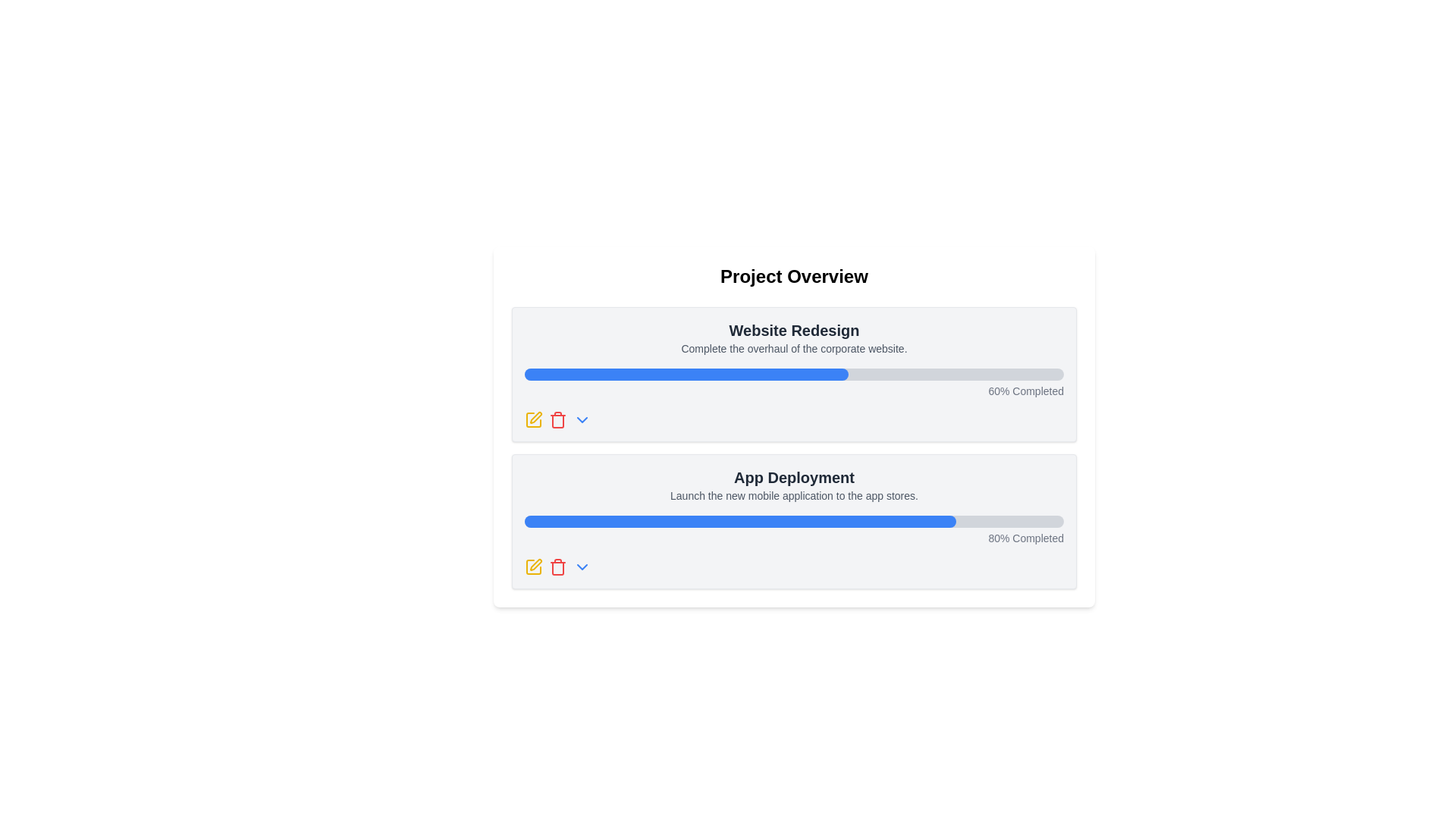 Image resolution: width=1456 pixels, height=819 pixels. What do you see at coordinates (534, 567) in the screenshot?
I see `the graphical icon representing editing or modifying actions located in the lower-left corner of the 'App Deployment' card` at bounding box center [534, 567].